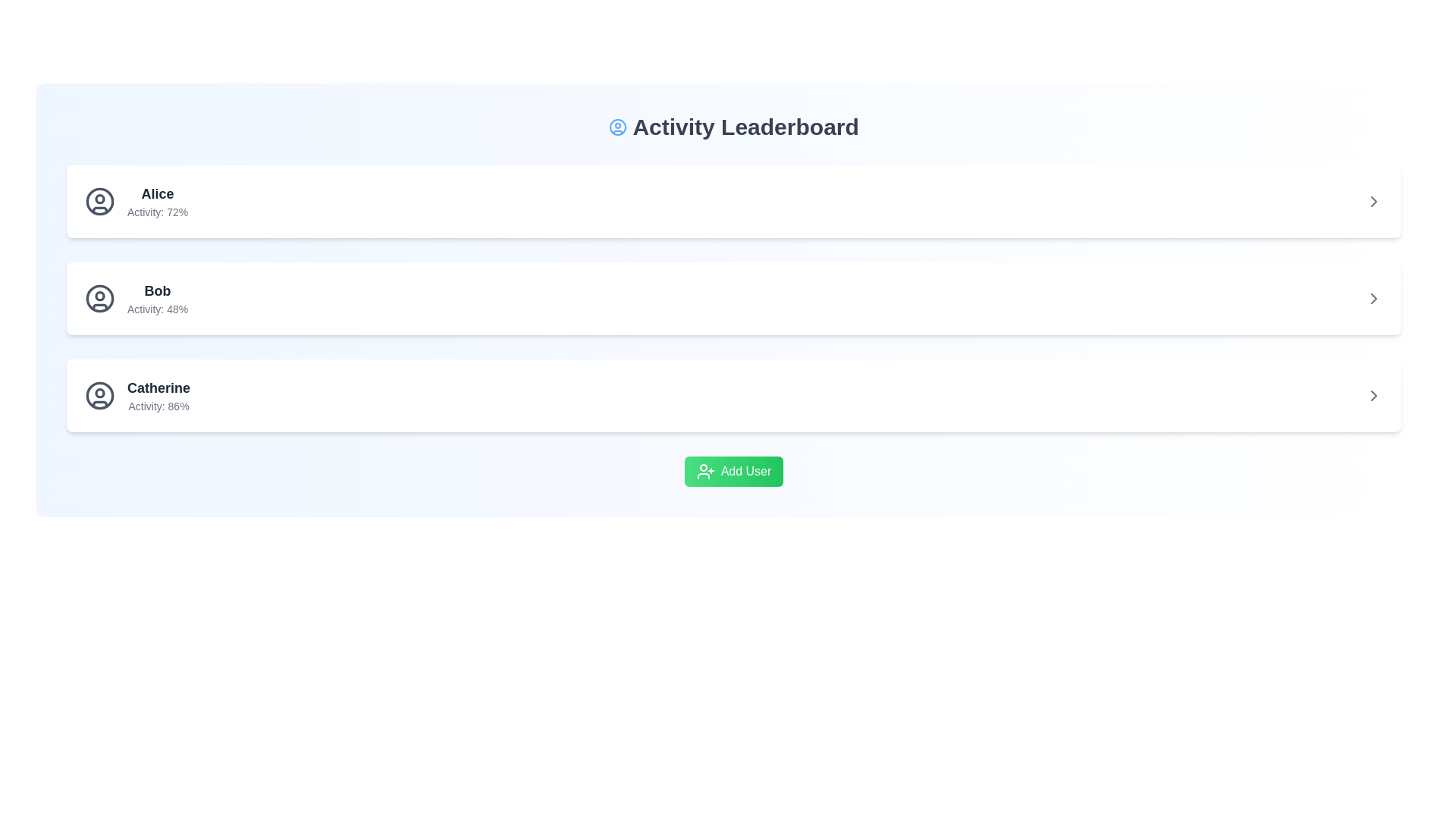 This screenshot has height=819, width=1456. Describe the element at coordinates (158, 406) in the screenshot. I see `activity level percentage text displayed below 'Catherine' in the third user activity card` at that location.